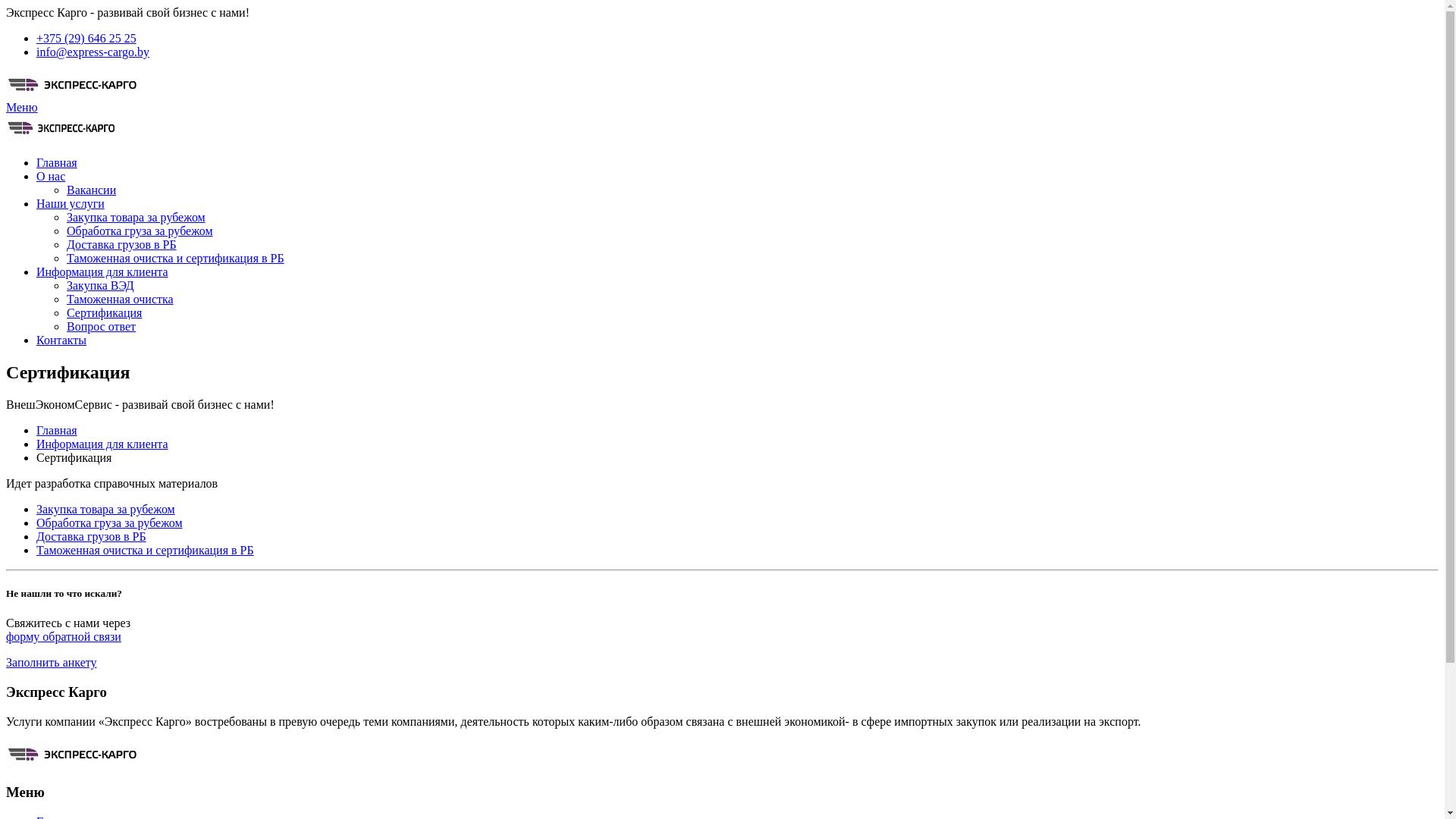 The image size is (1456, 819). Describe the element at coordinates (36, 37) in the screenshot. I see `'+375 (29) 646 25 25'` at that location.